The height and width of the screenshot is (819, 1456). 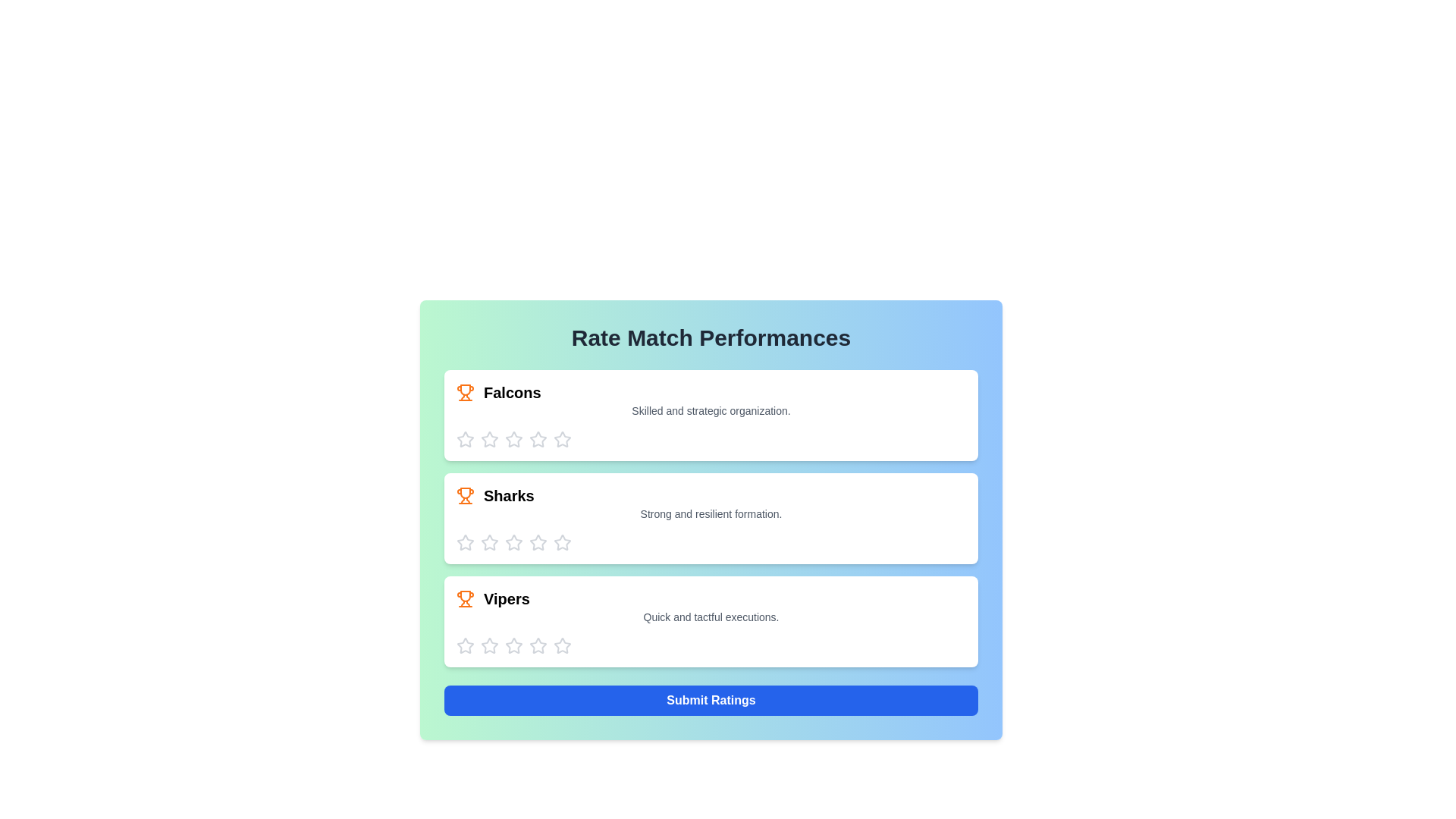 I want to click on the Sharks team's 4 star to set the rating, so click(x=538, y=542).